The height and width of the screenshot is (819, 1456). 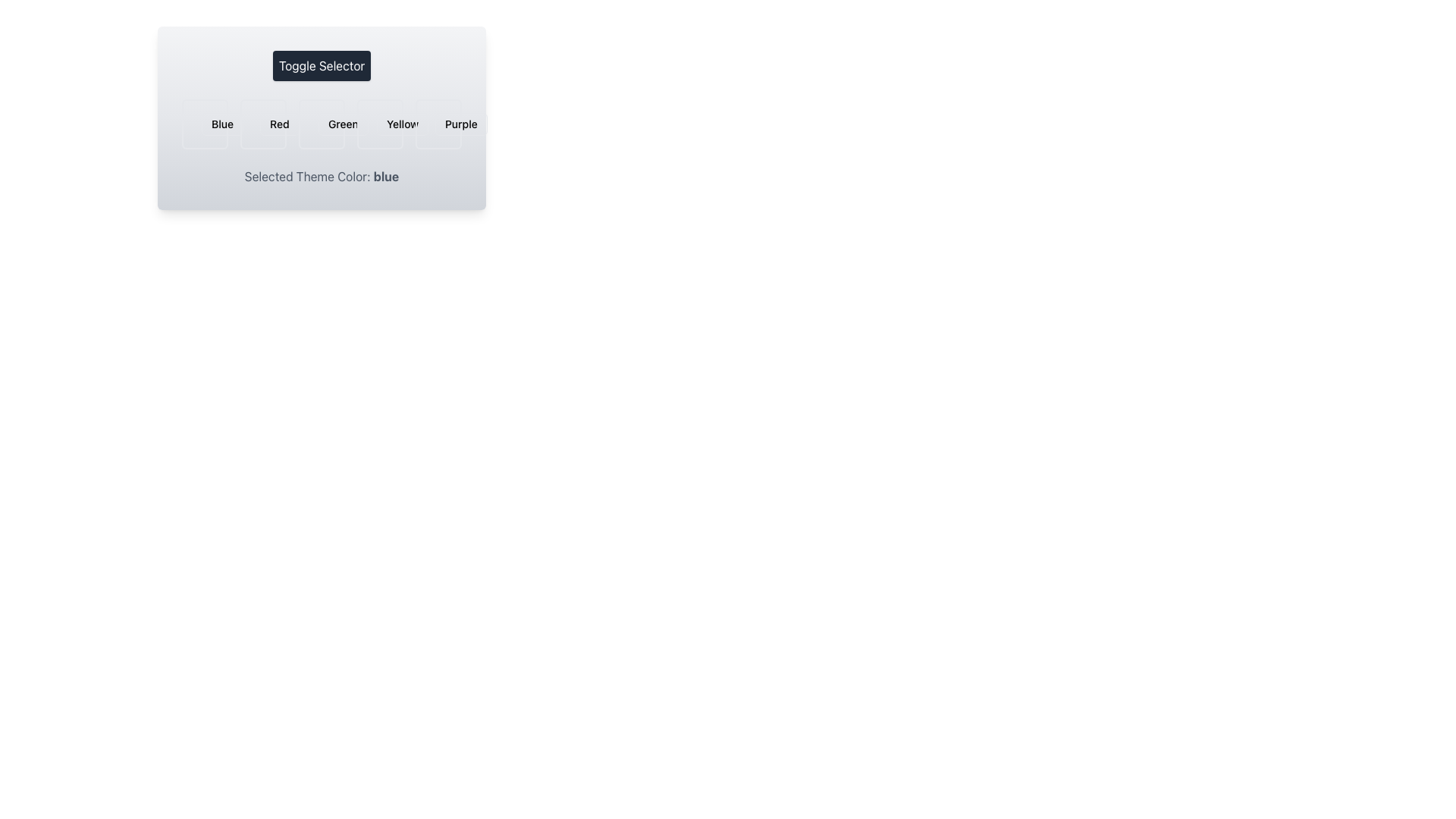 What do you see at coordinates (386, 175) in the screenshot?
I see `the text label that indicates the selected theme color, specifically showing 'blue'` at bounding box center [386, 175].